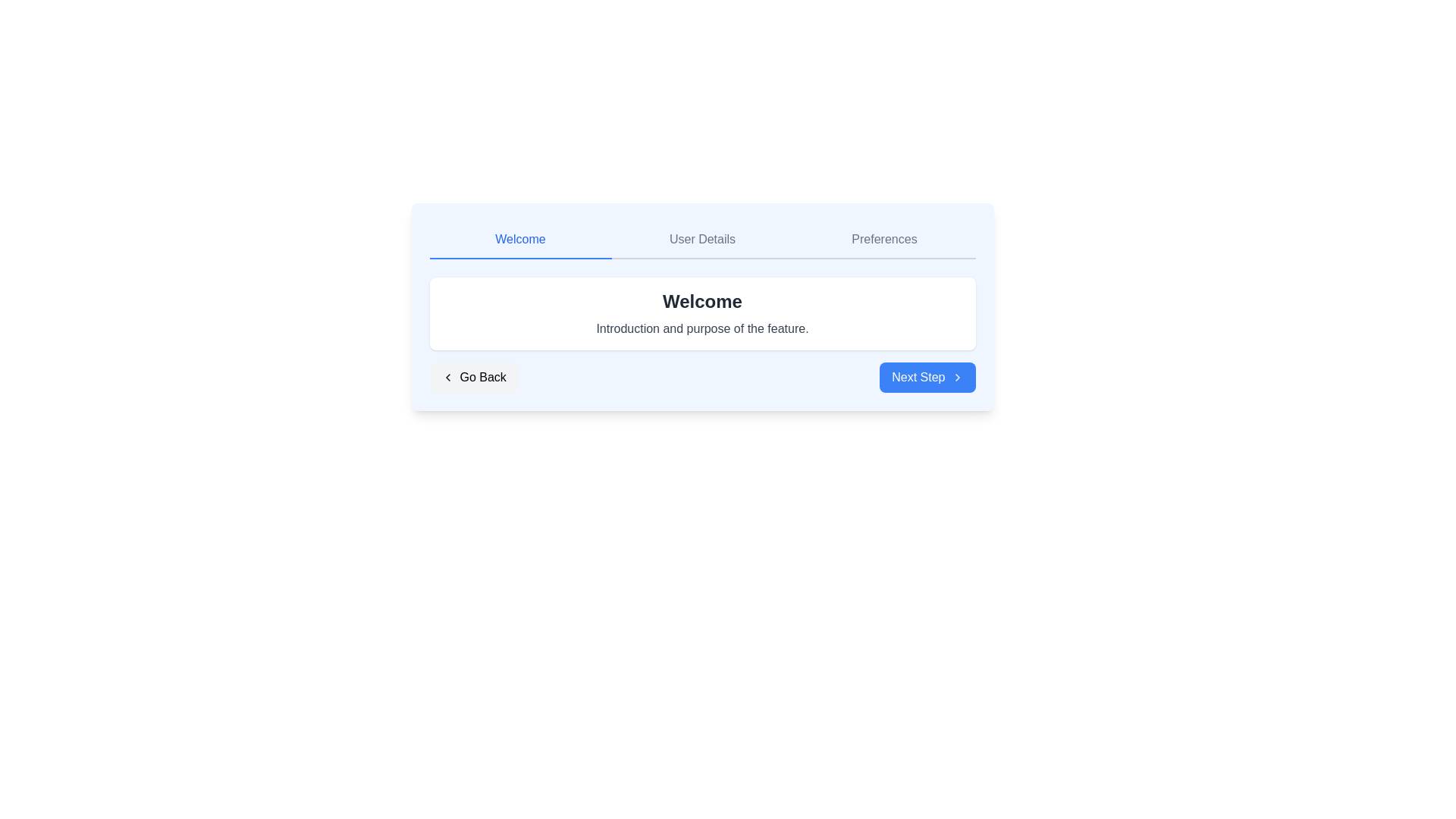 This screenshot has height=819, width=1456. What do you see at coordinates (520, 239) in the screenshot?
I see `the 'Welcome' tab, which is the first tab in the tab list, displaying the text in blue with a bolded, centered alignment and an active blue border` at bounding box center [520, 239].